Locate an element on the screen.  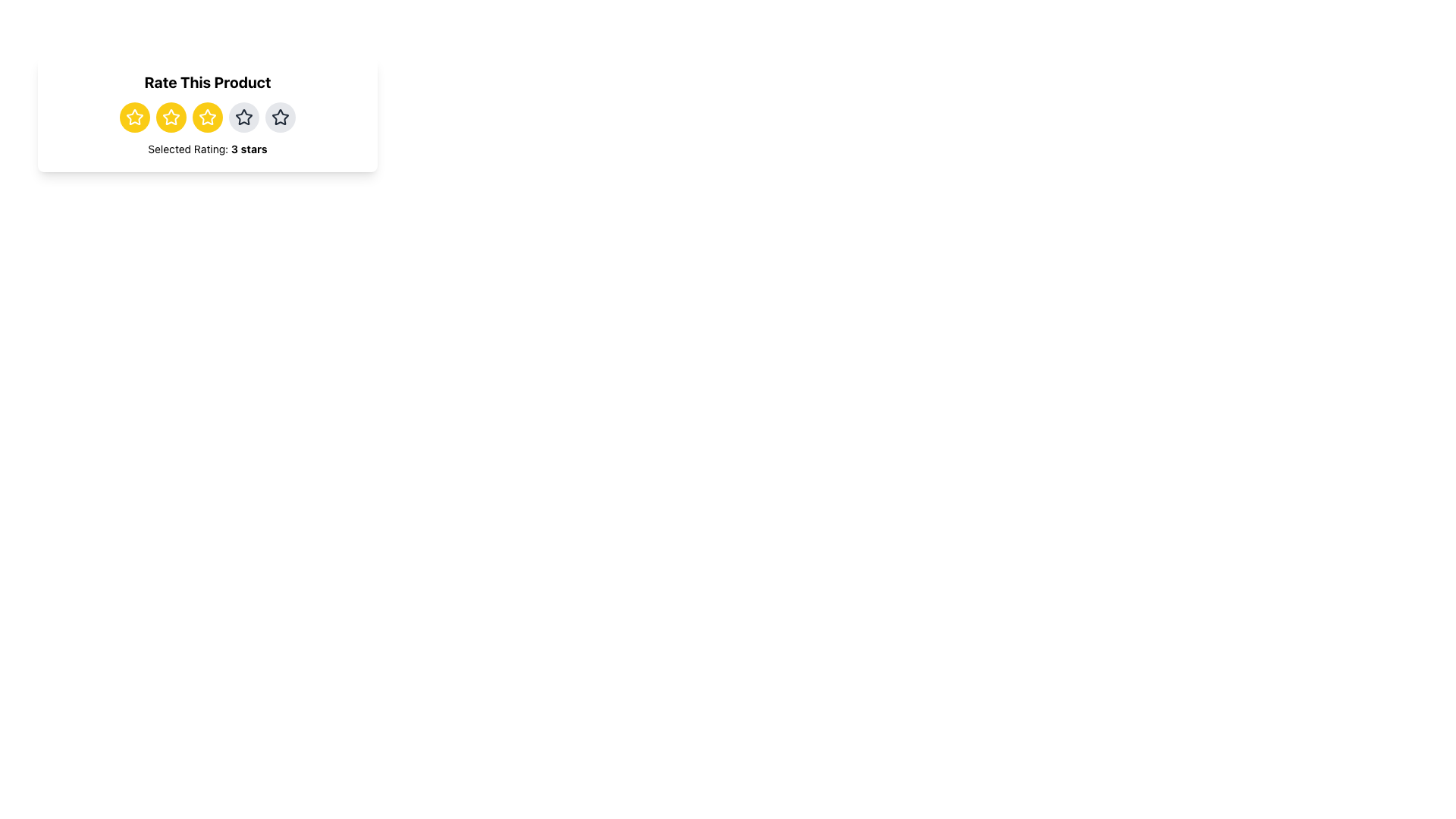
the third star button in the five-star rating system to set the rating to three stars is located at coordinates (206, 116).